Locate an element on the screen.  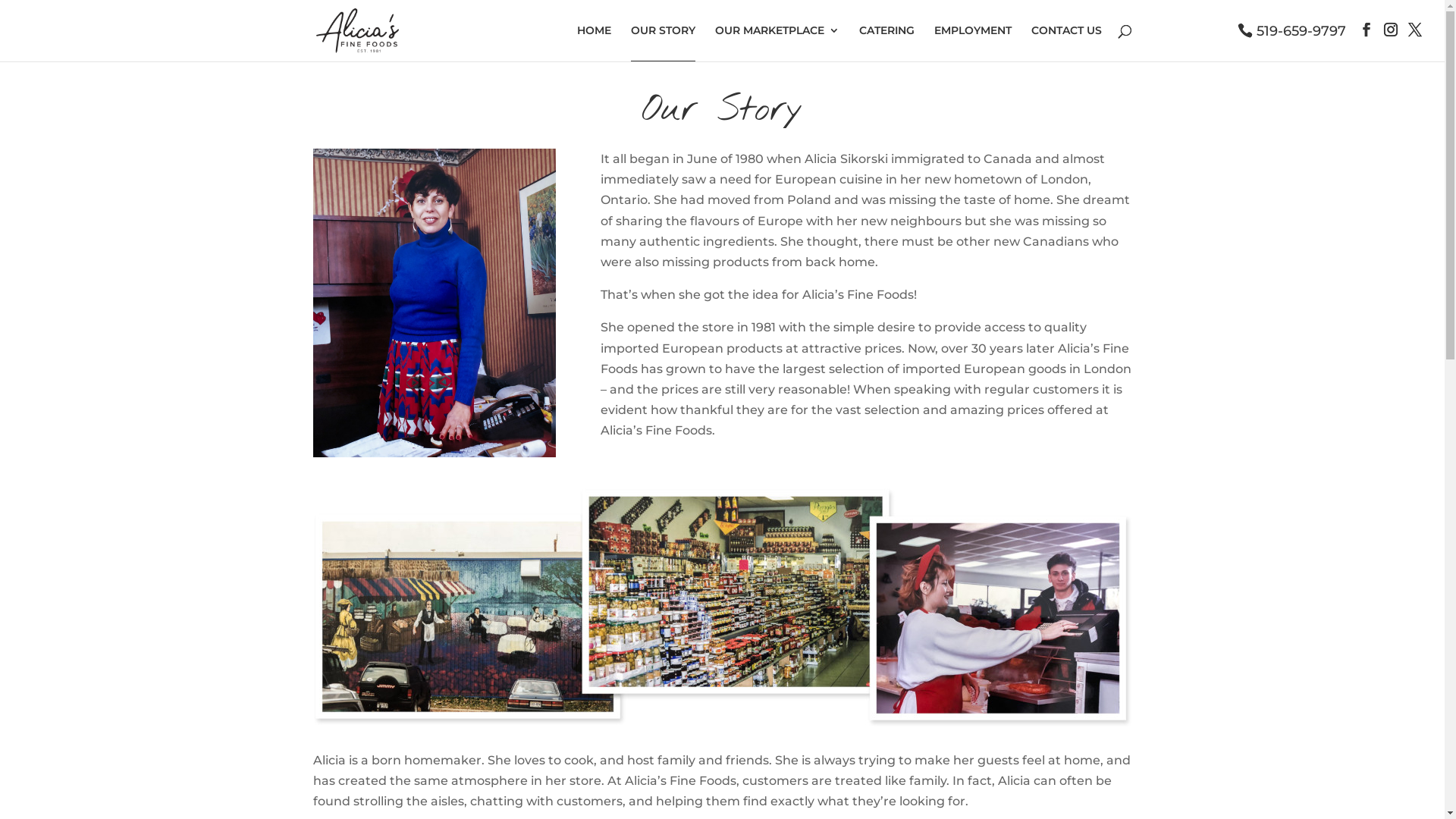
'EMPLOYMENT' is located at coordinates (972, 42).